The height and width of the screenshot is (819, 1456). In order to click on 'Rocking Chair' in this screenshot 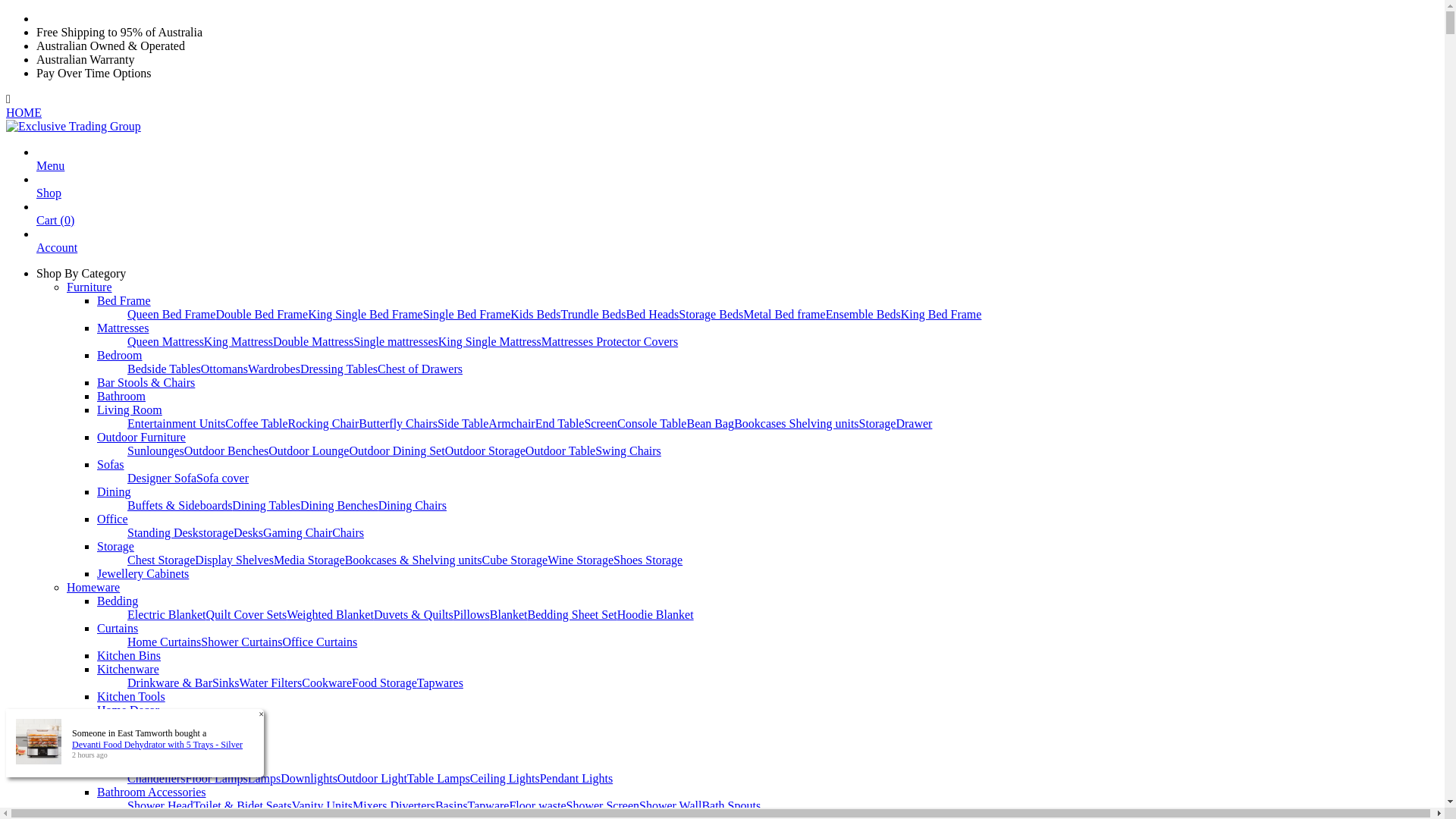, I will do `click(323, 423)`.